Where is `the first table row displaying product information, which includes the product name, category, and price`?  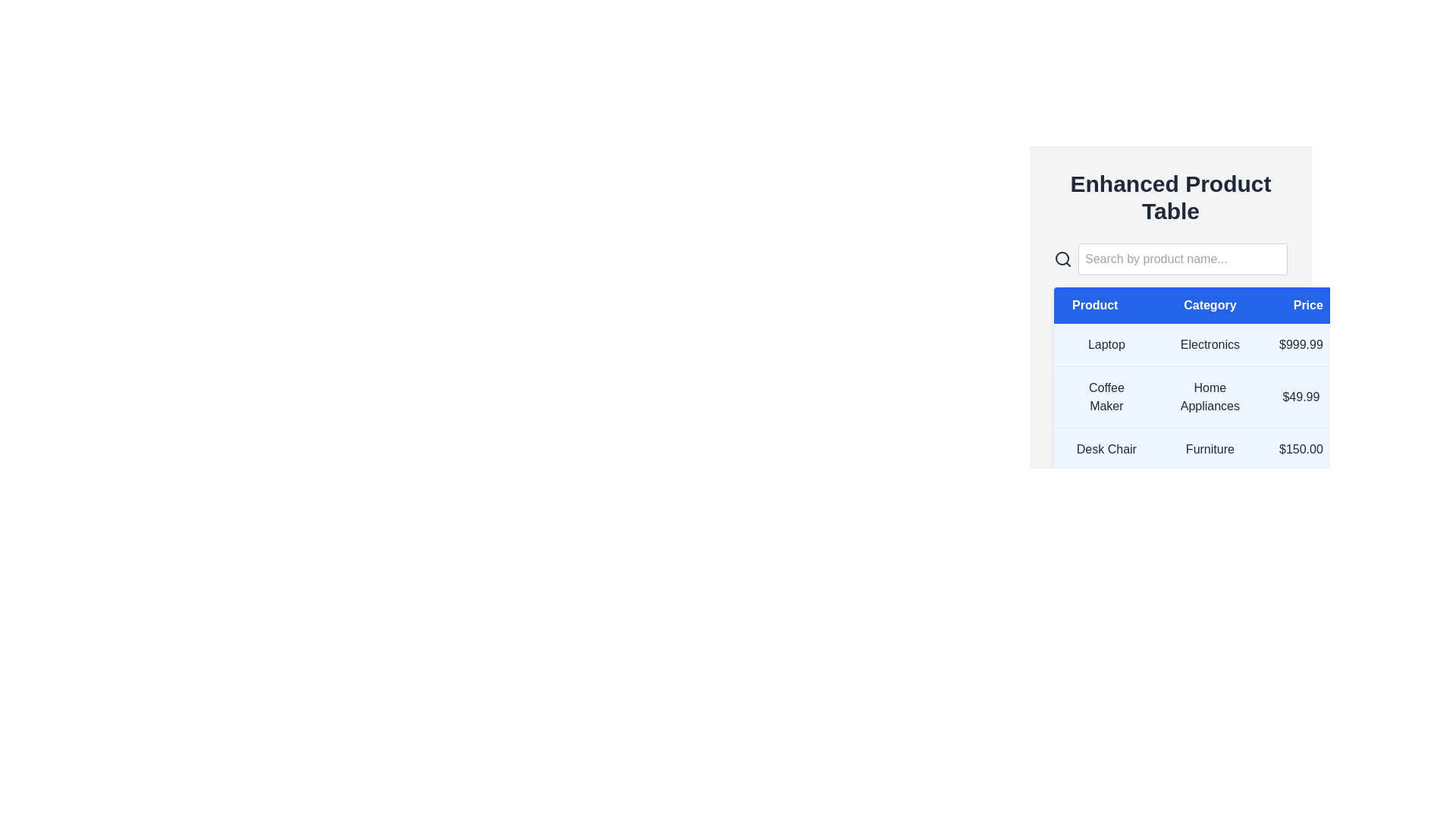
the first table row displaying product information, which includes the product name, category, and price is located at coordinates (1197, 345).